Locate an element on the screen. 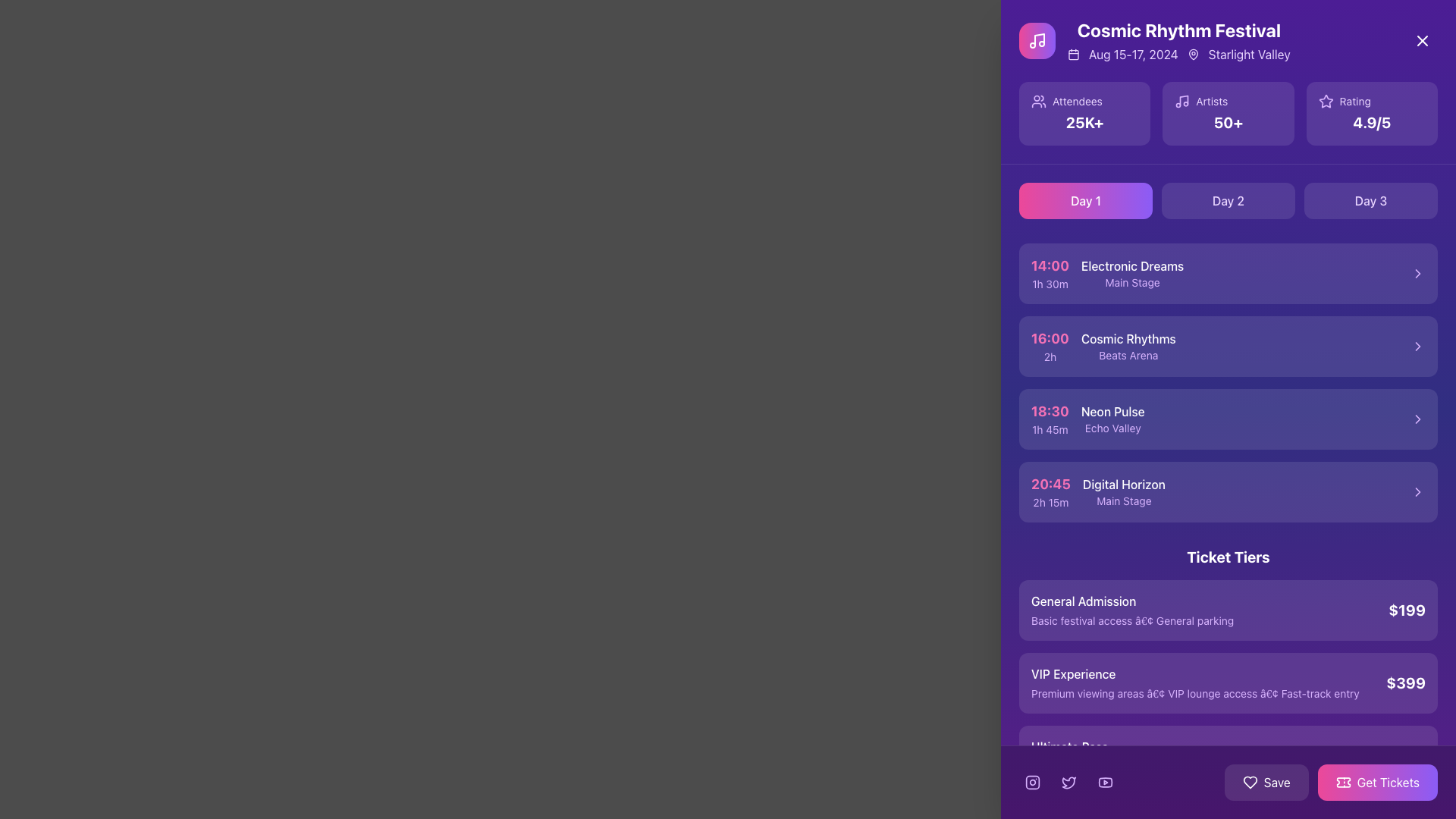 The image size is (1456, 819). the Text Display that shows the starting time and duration of the event located in the fourth event section, preceding the event title 'Digital Horizon' is located at coordinates (1050, 491).